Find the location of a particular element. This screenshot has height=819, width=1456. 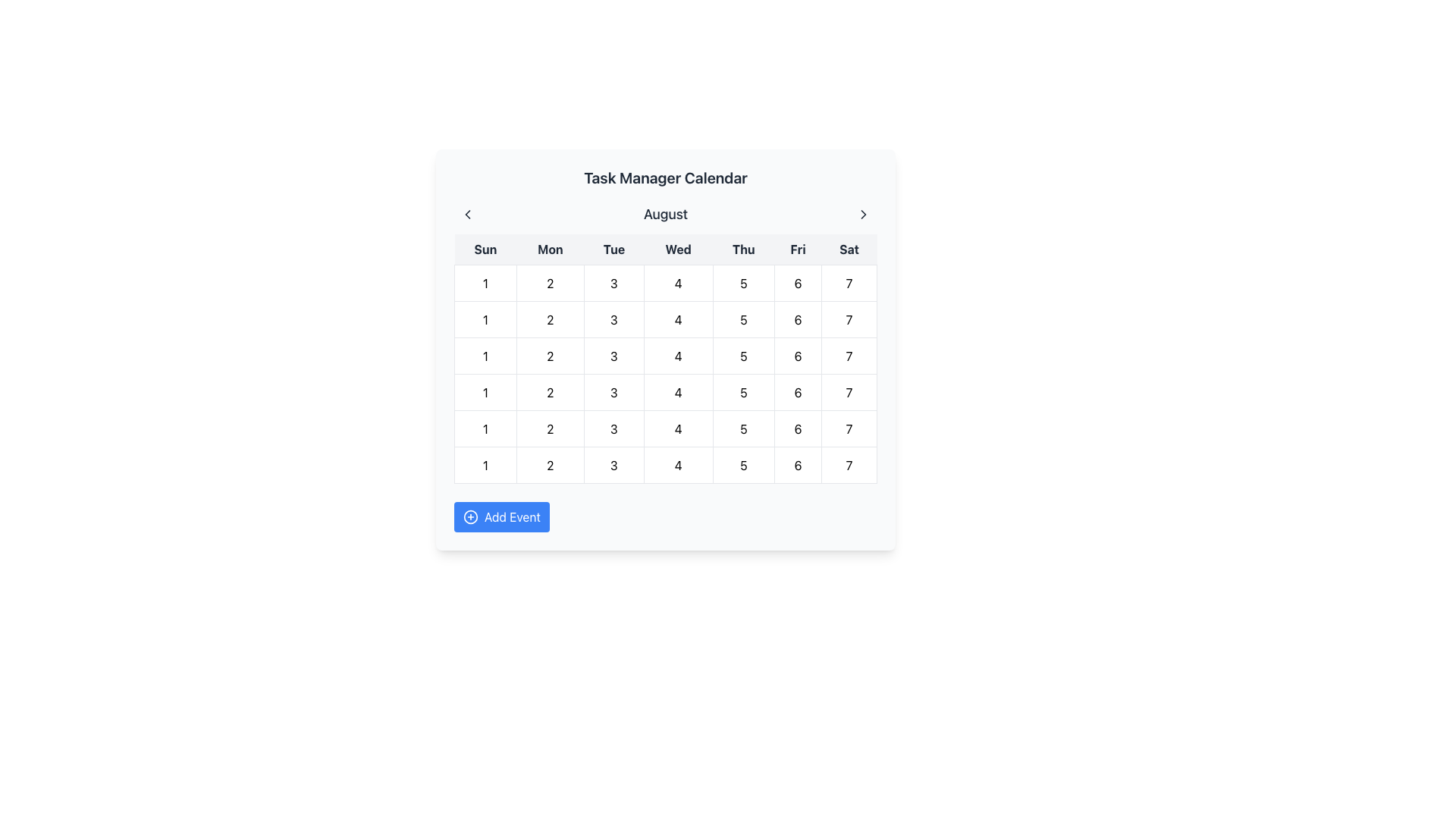

the numeral '2' in the second cell of the calendar's first row is located at coordinates (549, 318).